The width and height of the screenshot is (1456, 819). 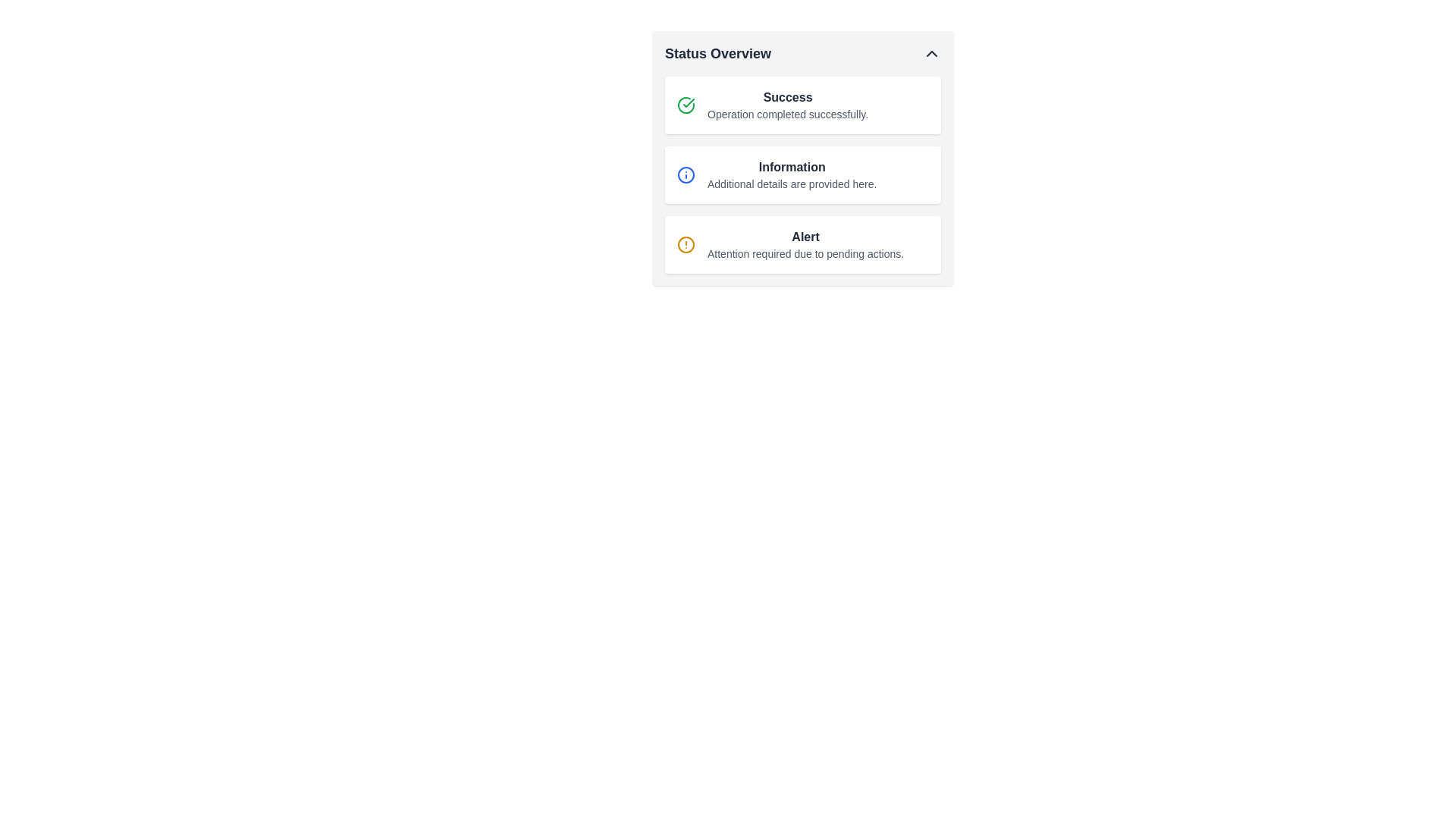 What do you see at coordinates (686, 244) in the screenshot?
I see `the Decorative SVG circle within the 'Alert' section of the 'Status Overview' panel, which has a yellow outline and is part of the alert icon` at bounding box center [686, 244].